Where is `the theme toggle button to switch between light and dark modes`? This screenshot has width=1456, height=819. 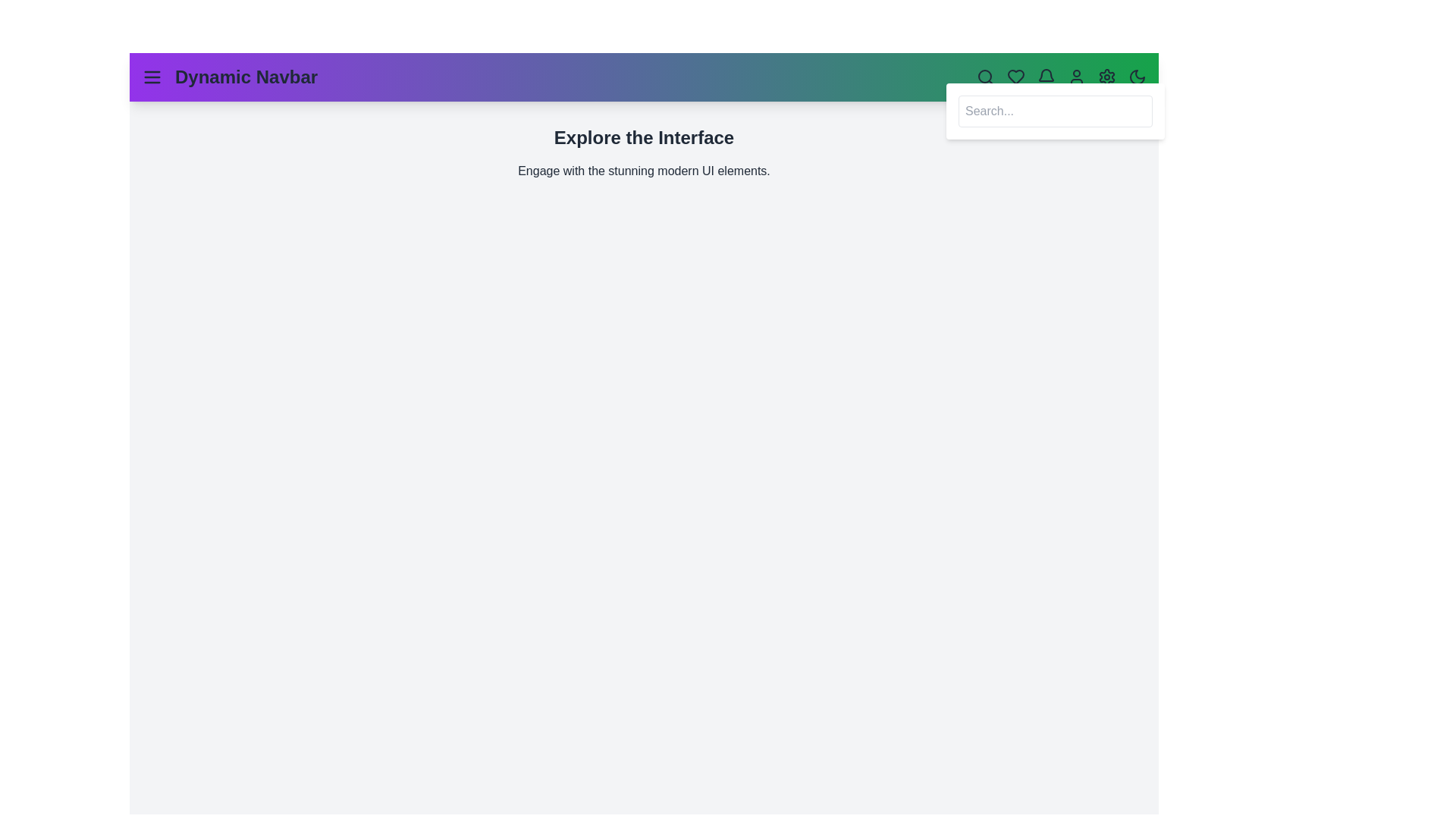 the theme toggle button to switch between light and dark modes is located at coordinates (1137, 77).